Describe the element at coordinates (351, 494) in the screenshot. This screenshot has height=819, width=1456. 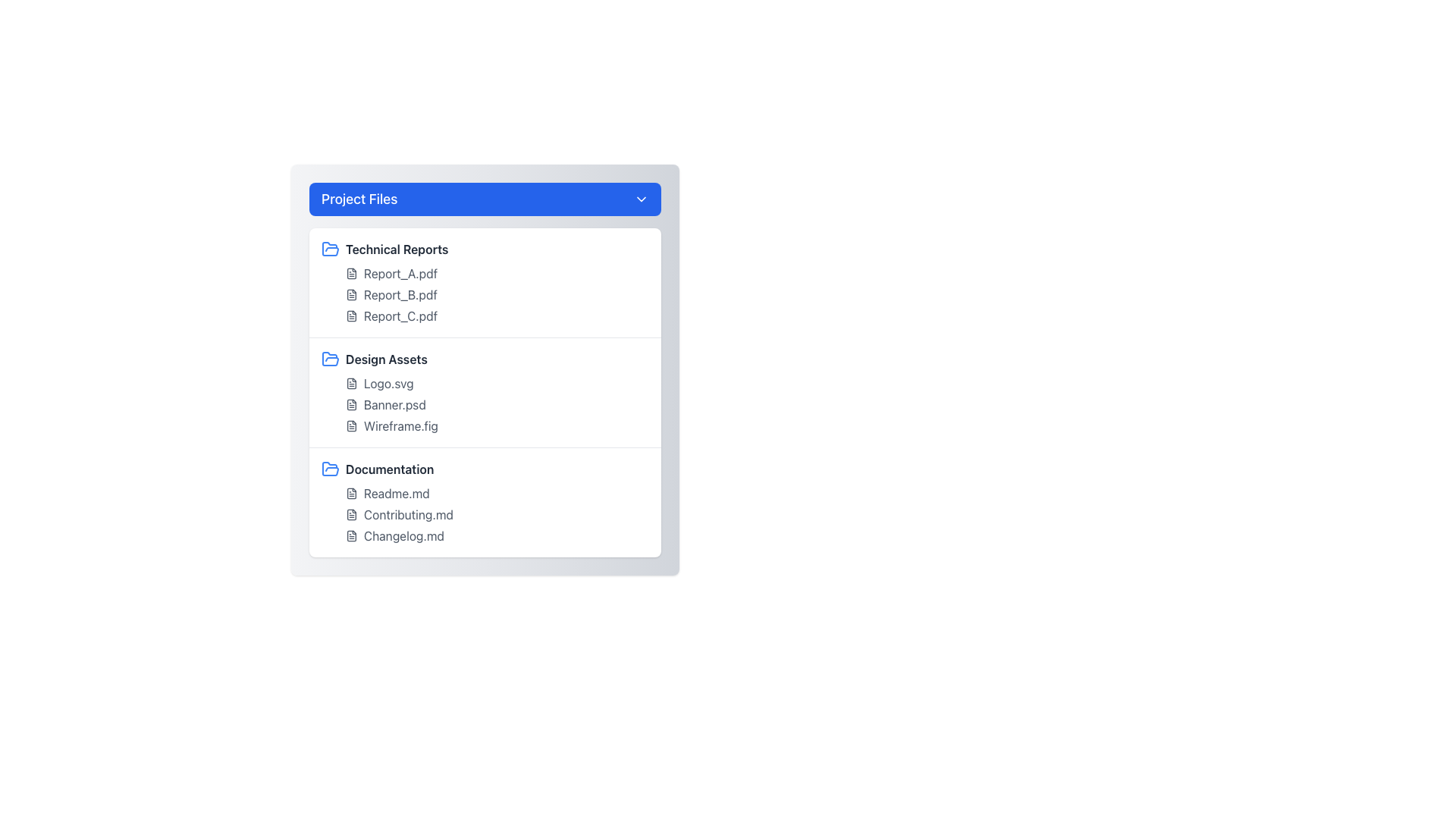
I see `the visual representation of the document icon located to the left of the 'Readme.md' text label in the Documentation section of the file browser` at that location.